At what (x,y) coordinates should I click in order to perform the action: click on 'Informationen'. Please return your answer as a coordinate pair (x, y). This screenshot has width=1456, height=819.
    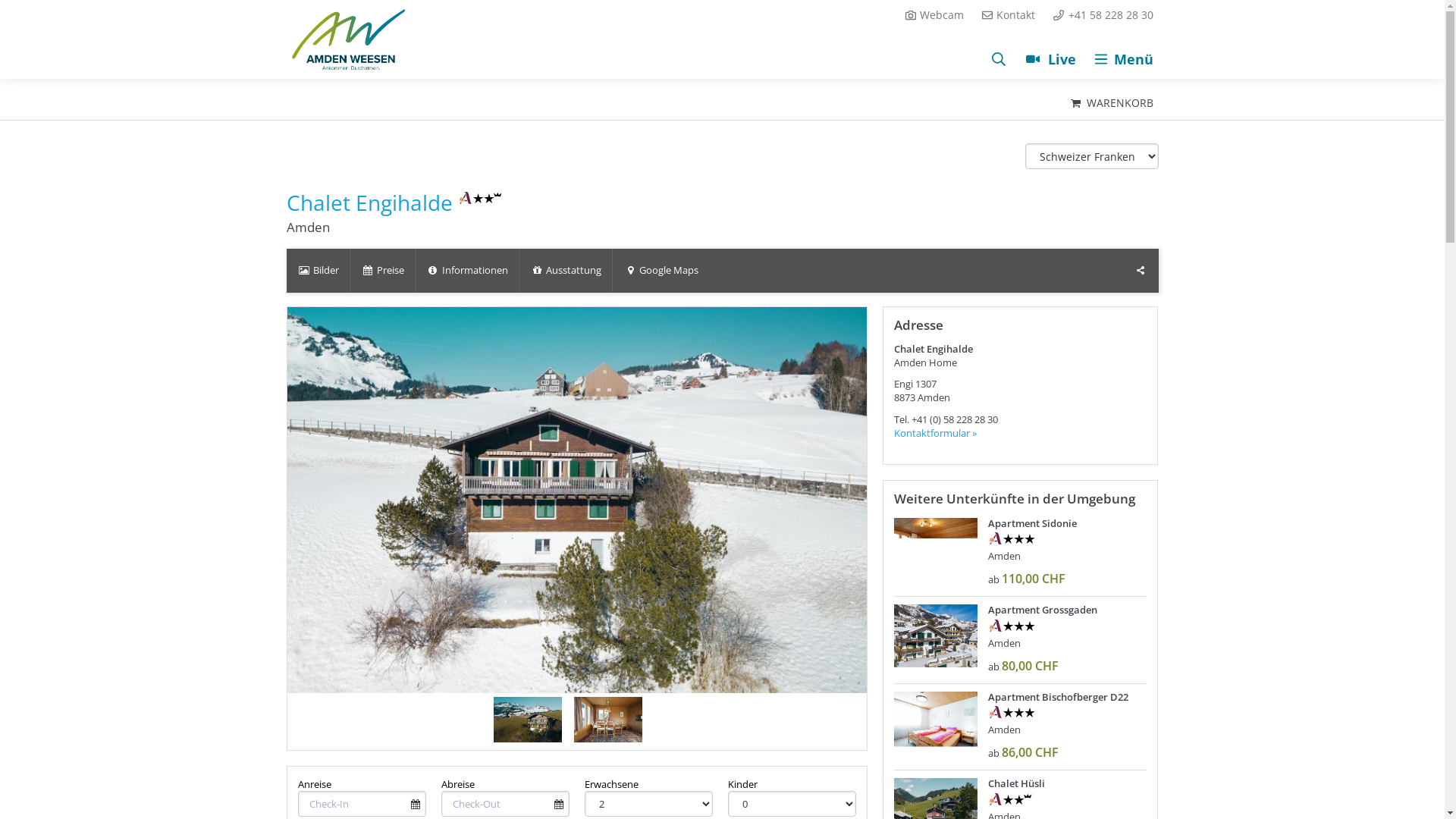
    Looking at the image, I should click on (466, 270).